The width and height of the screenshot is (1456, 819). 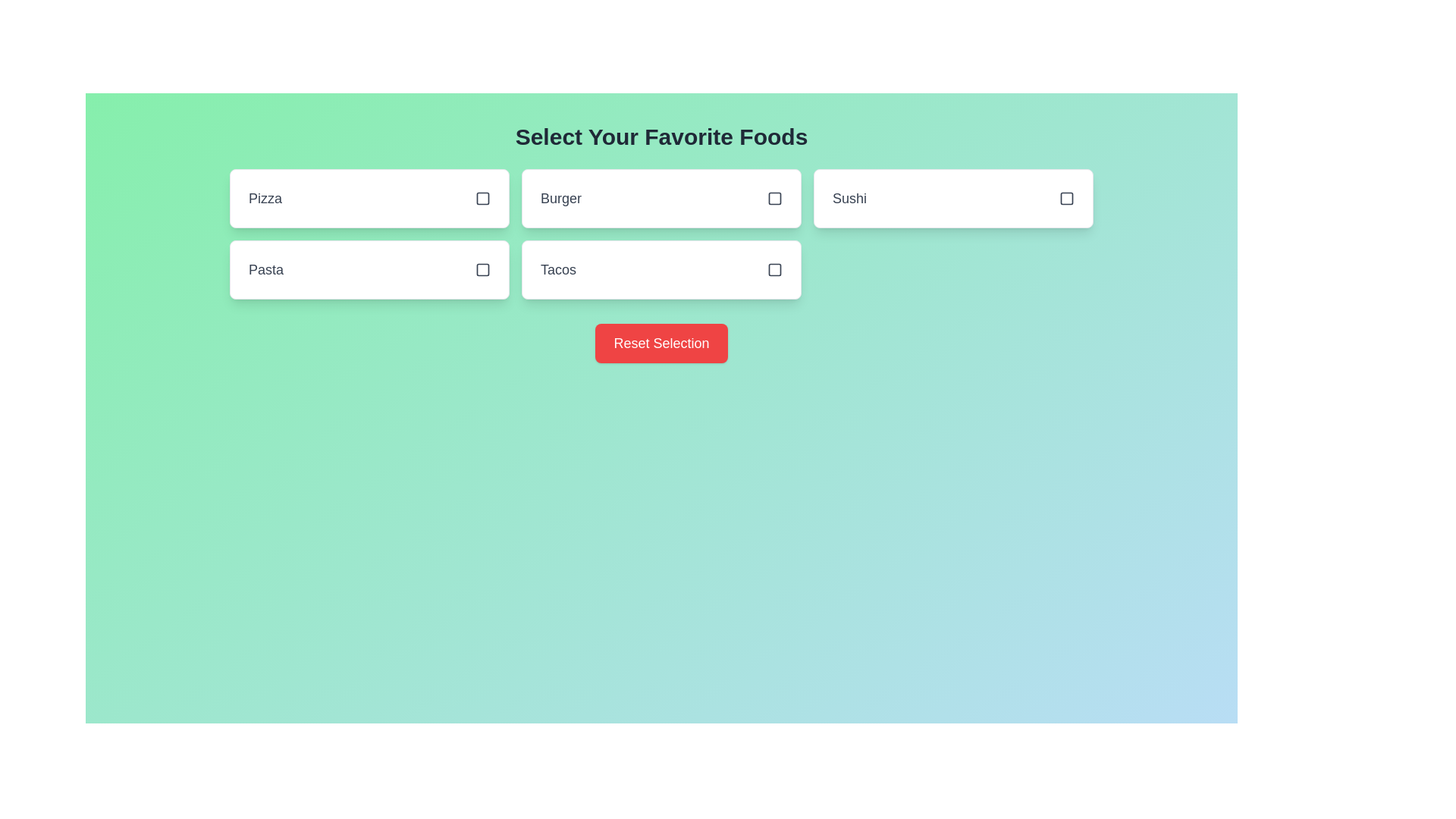 I want to click on the food item Sushi, so click(x=952, y=198).